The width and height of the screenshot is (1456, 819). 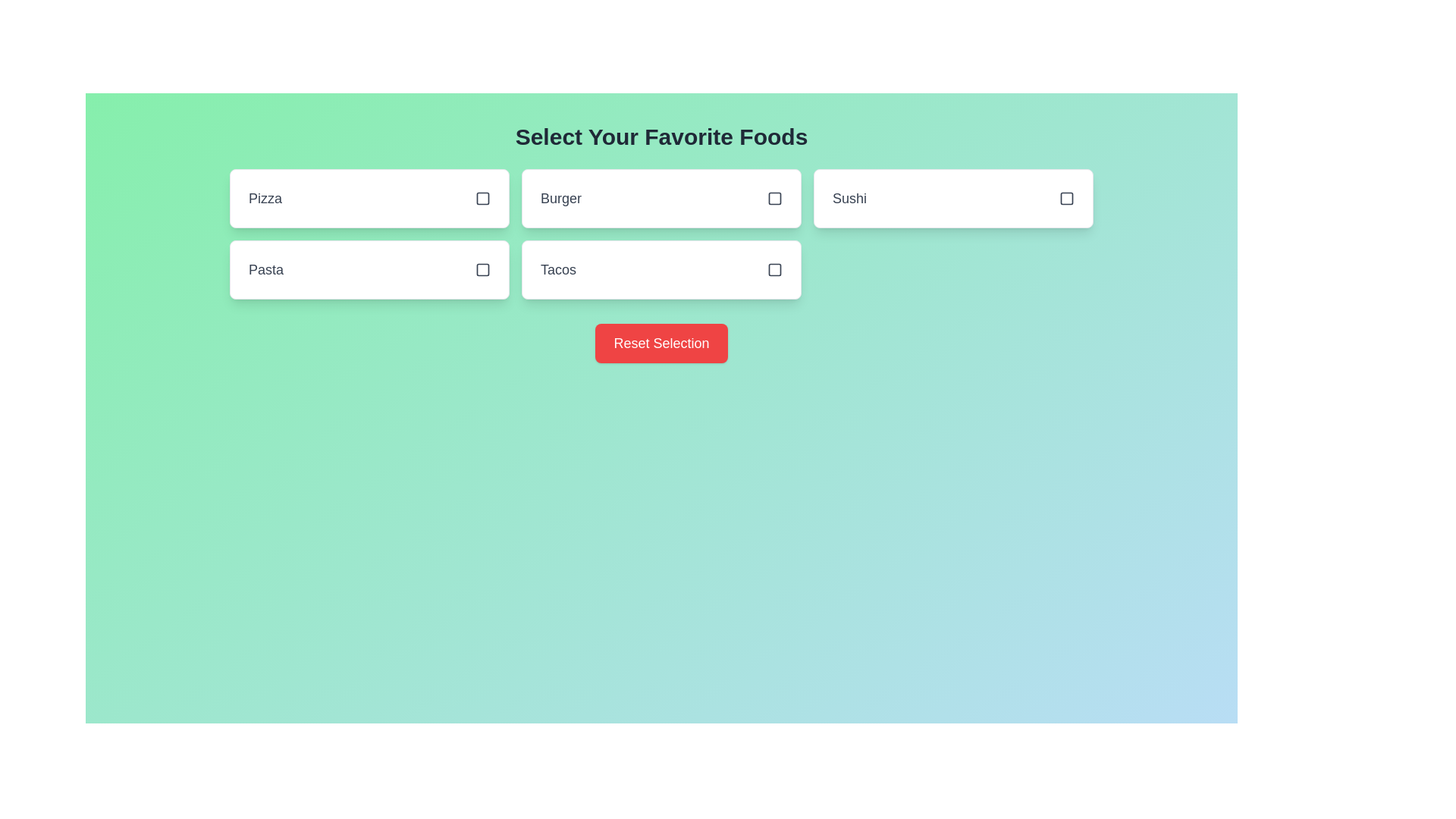 I want to click on the food item Sushi, so click(x=952, y=198).